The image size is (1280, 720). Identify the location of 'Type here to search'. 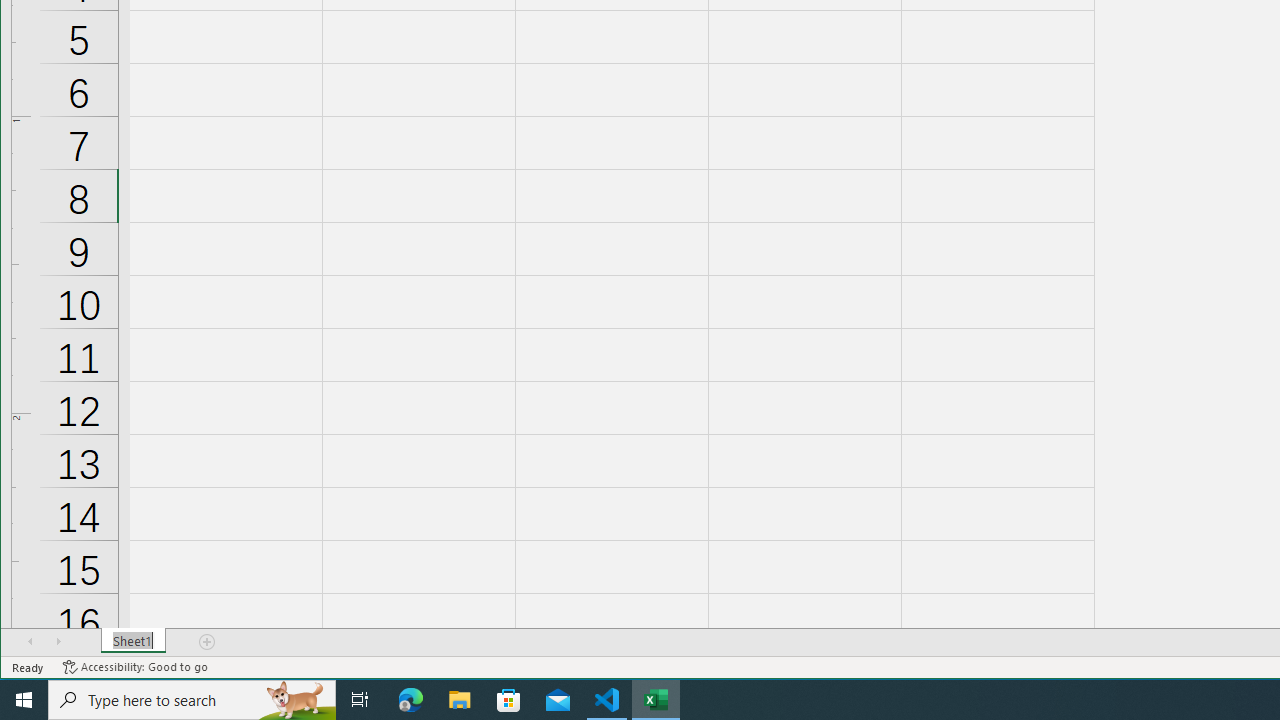
(192, 698).